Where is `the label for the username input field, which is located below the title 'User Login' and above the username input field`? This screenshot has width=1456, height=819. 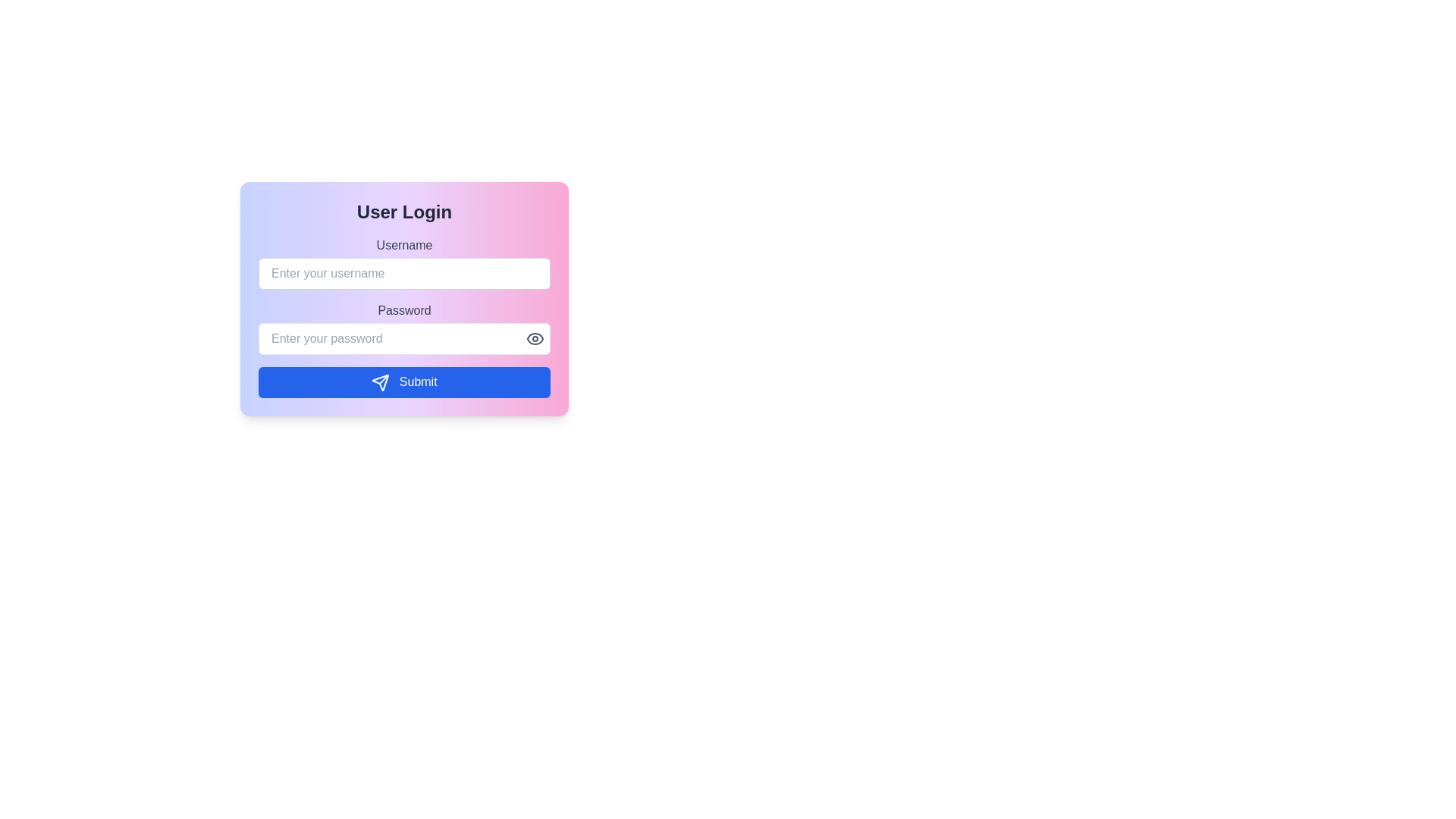 the label for the username input field, which is located below the title 'User Login' and above the username input field is located at coordinates (404, 245).